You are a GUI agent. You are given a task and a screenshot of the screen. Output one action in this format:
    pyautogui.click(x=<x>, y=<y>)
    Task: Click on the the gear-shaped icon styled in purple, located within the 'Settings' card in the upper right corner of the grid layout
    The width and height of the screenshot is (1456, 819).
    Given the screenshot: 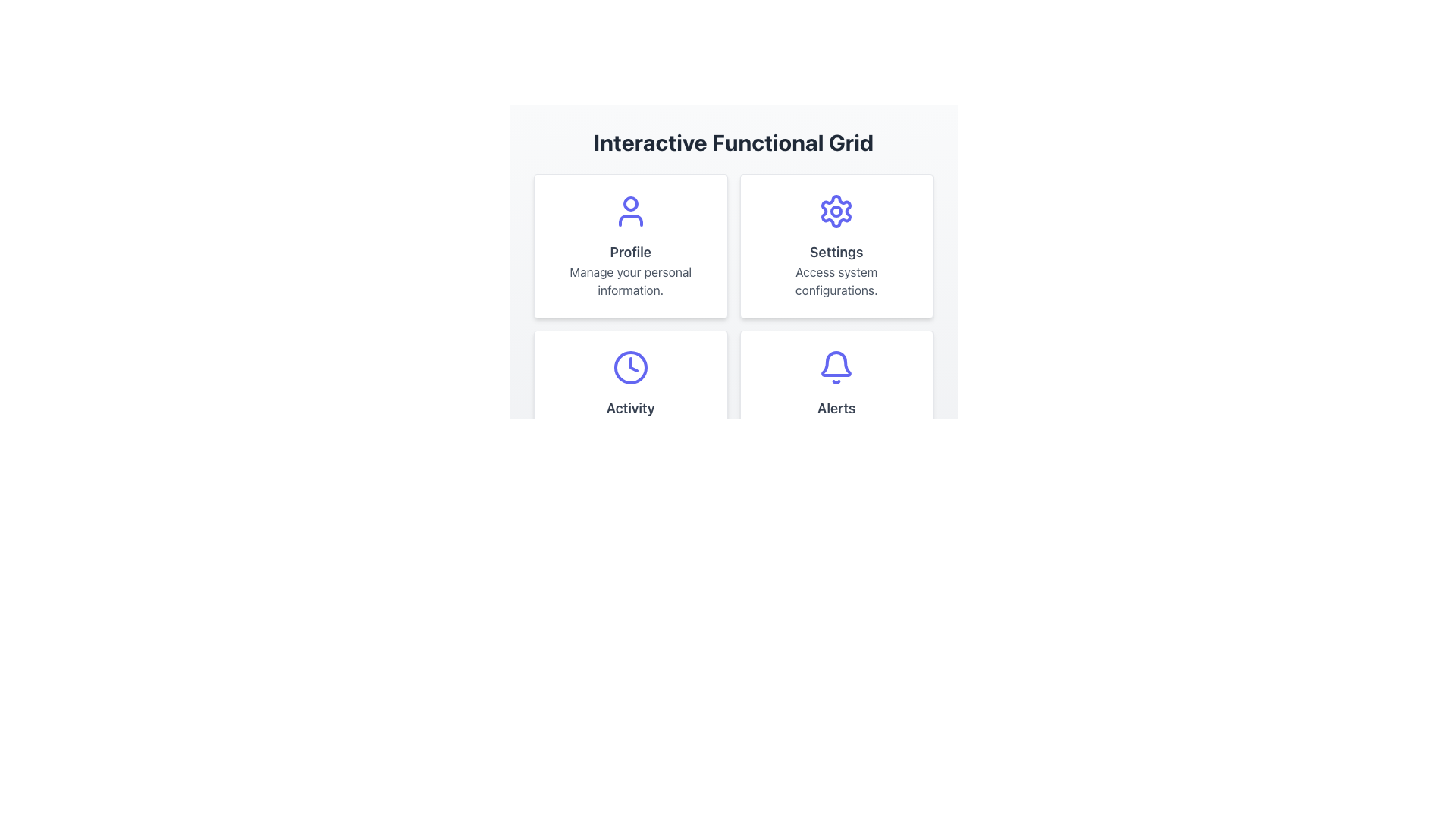 What is the action you would take?
    pyautogui.click(x=836, y=211)
    